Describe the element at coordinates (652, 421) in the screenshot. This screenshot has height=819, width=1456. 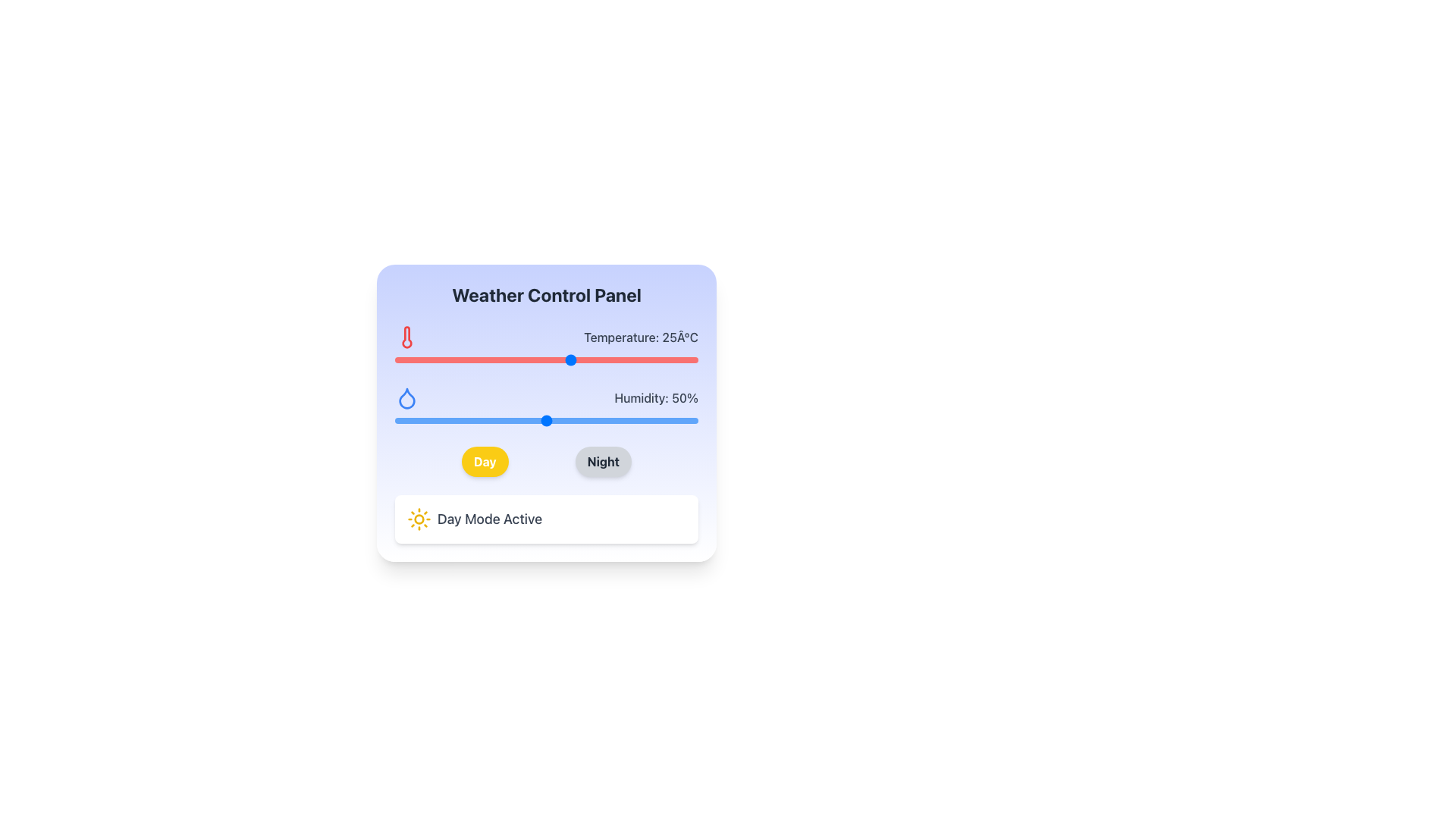
I see `humidity` at that location.